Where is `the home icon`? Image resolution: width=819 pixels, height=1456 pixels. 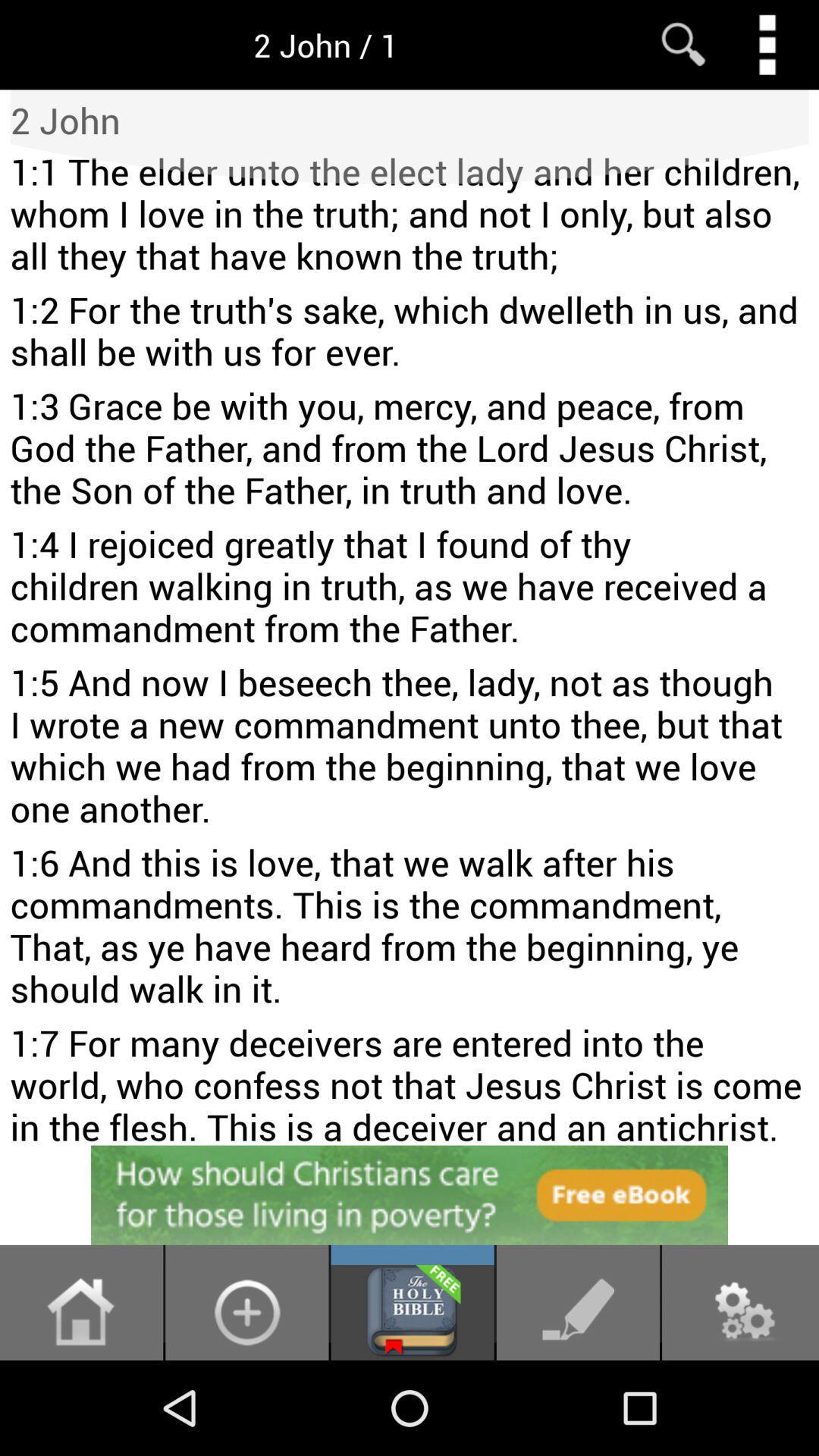 the home icon is located at coordinates (81, 1404).